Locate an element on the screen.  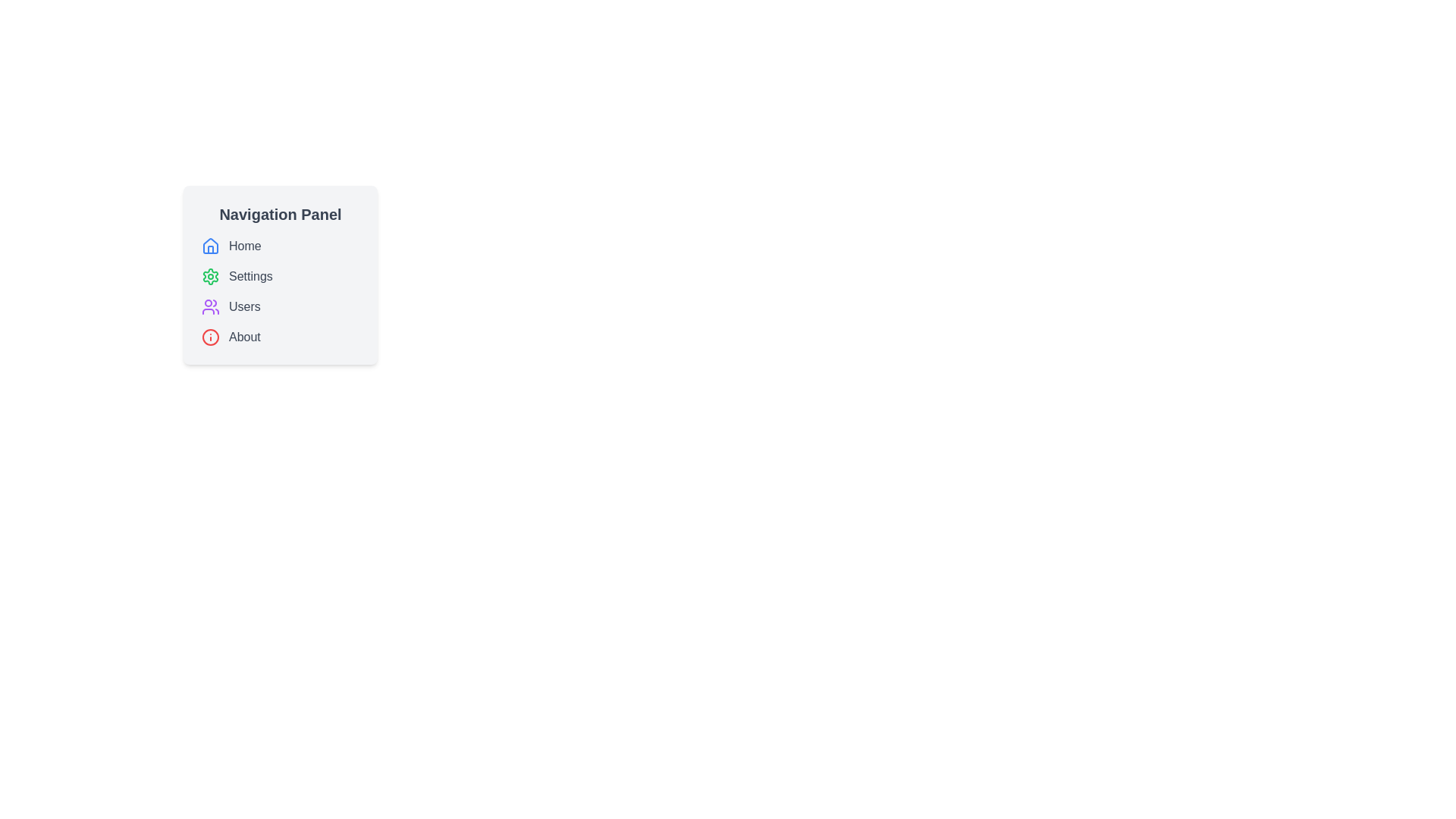
the header text label of the navigational sidebar, which provides context for the navigation links below it is located at coordinates (280, 214).